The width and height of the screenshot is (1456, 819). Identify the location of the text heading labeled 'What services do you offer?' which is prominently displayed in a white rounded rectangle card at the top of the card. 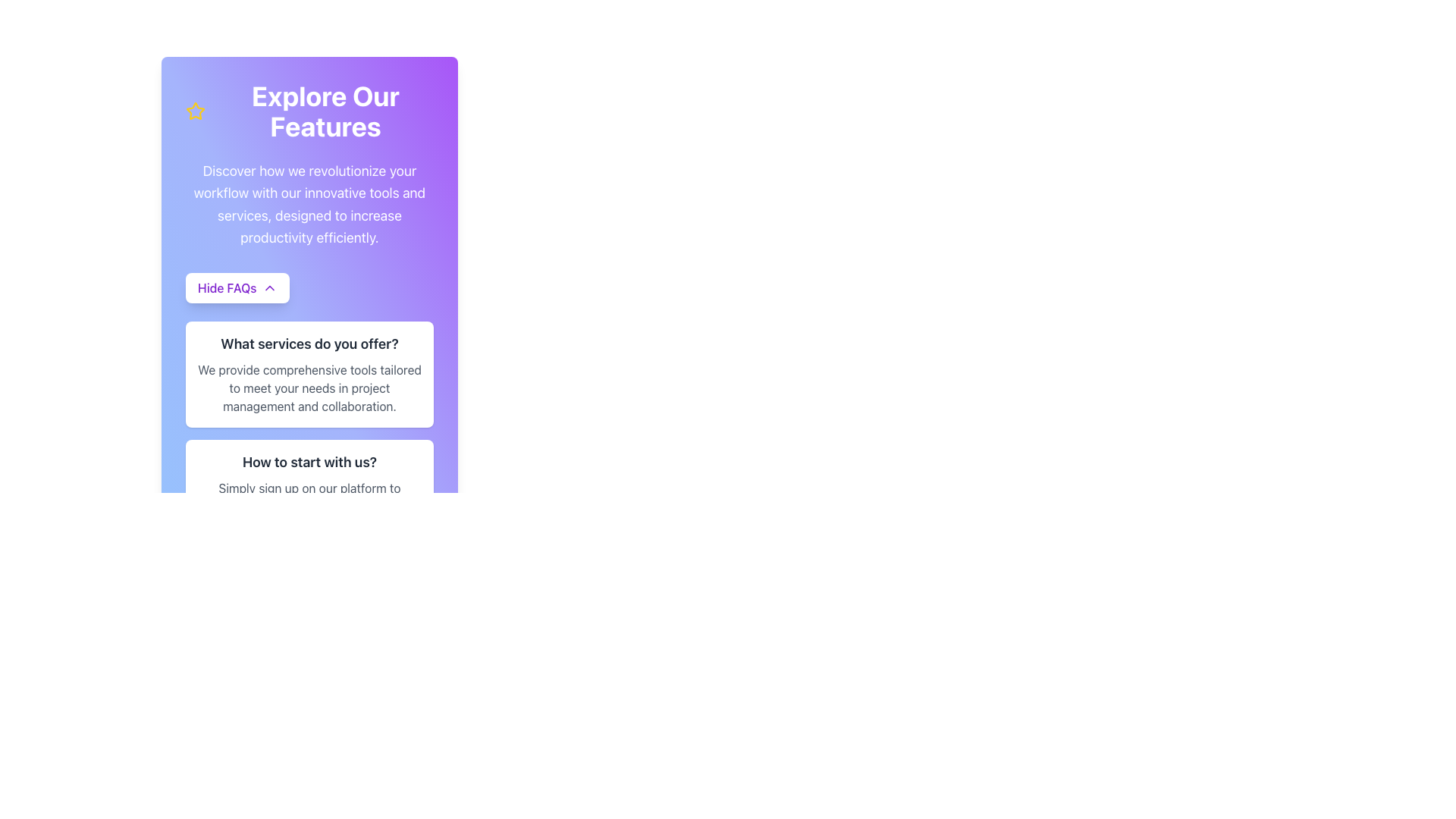
(309, 344).